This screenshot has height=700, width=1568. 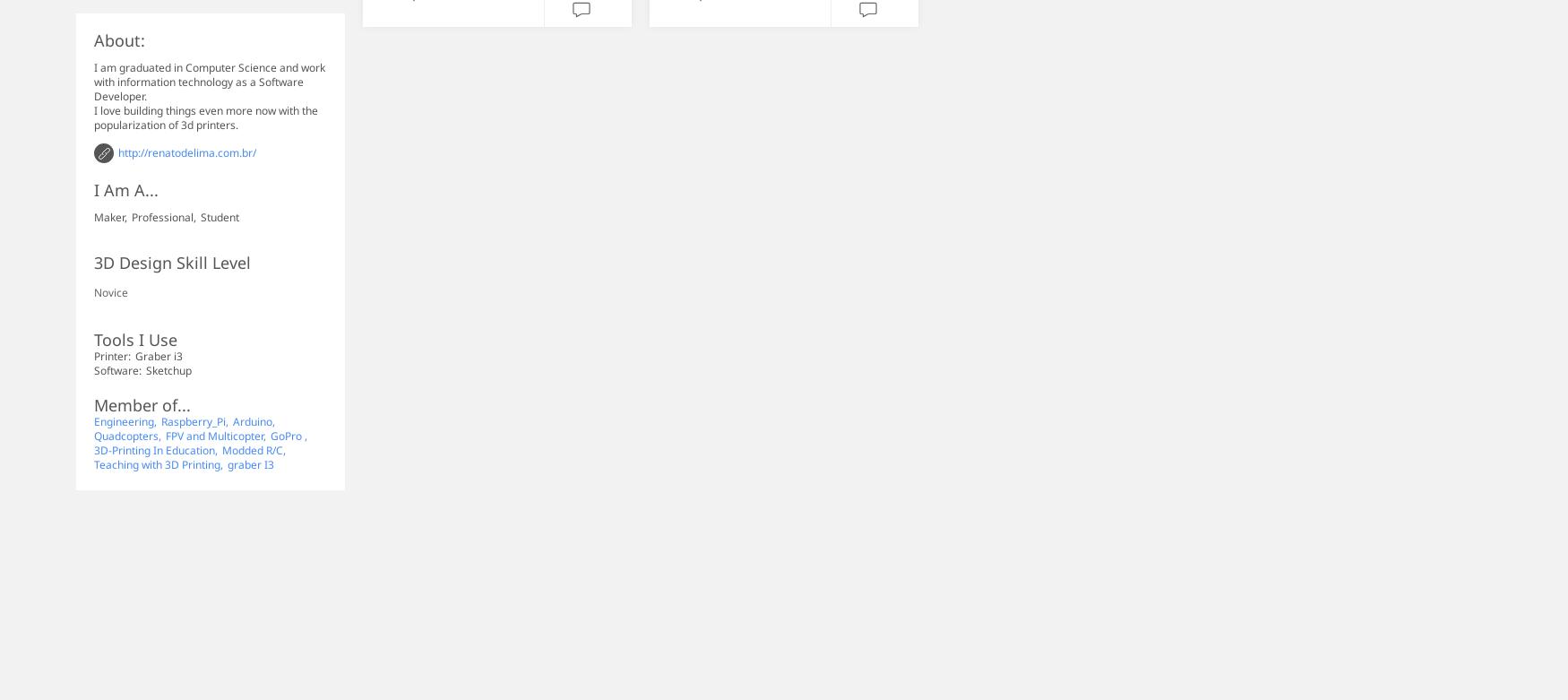 What do you see at coordinates (94, 216) in the screenshot?
I see `'Maker'` at bounding box center [94, 216].